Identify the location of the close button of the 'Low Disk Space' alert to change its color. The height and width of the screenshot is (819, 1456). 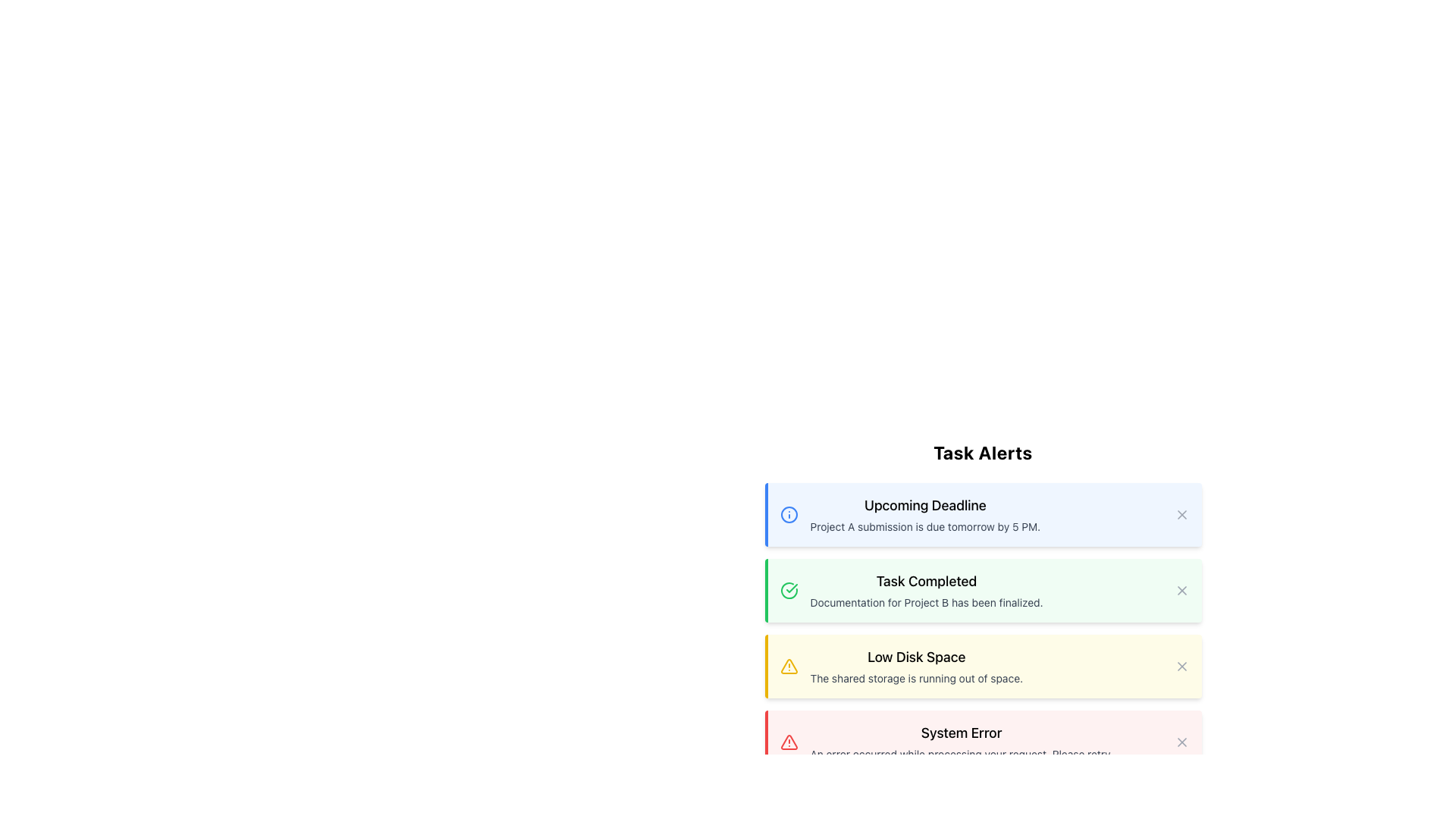
(1181, 666).